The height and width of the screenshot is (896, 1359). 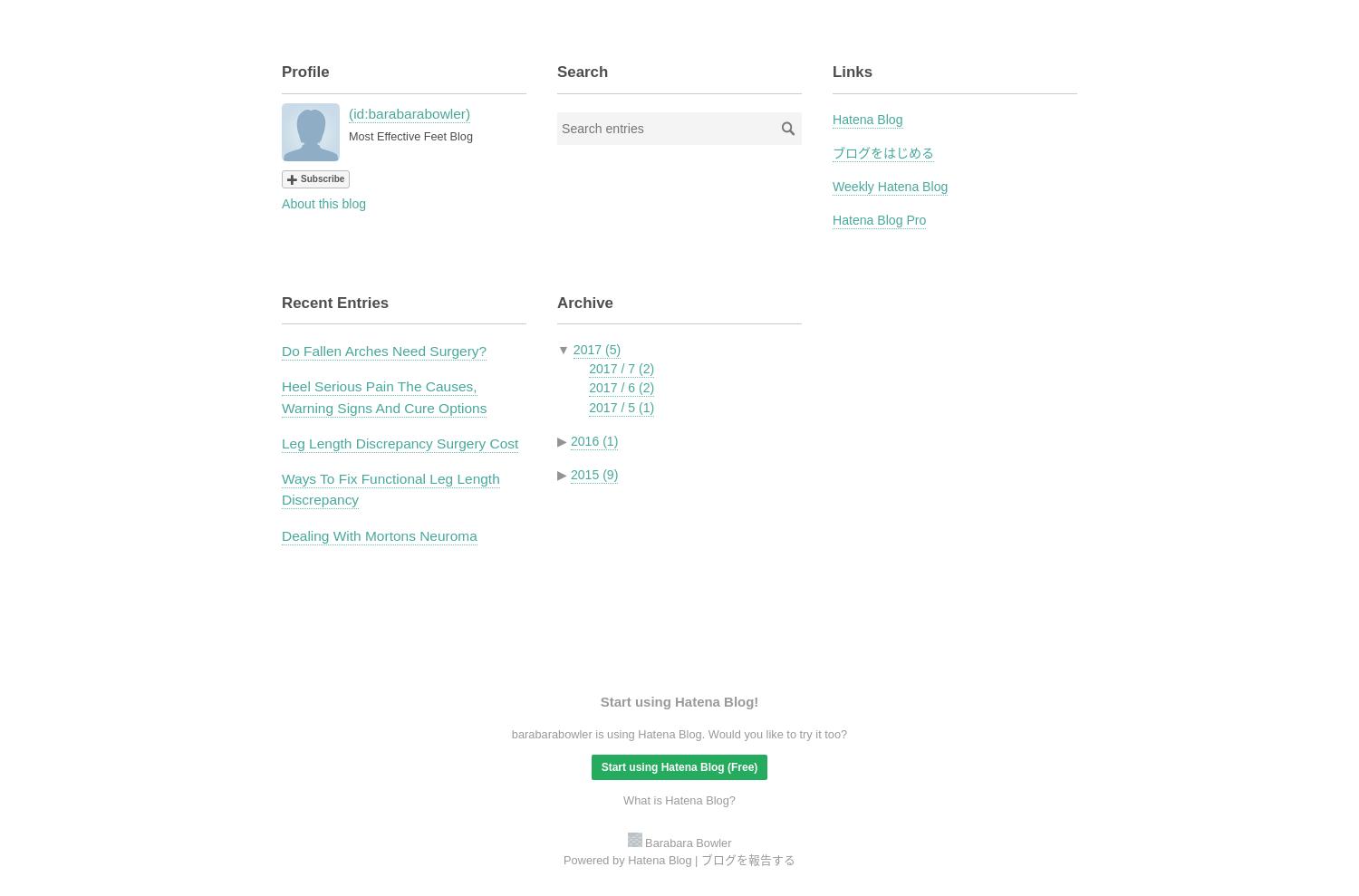 I want to click on '2017', so click(x=588, y=350).